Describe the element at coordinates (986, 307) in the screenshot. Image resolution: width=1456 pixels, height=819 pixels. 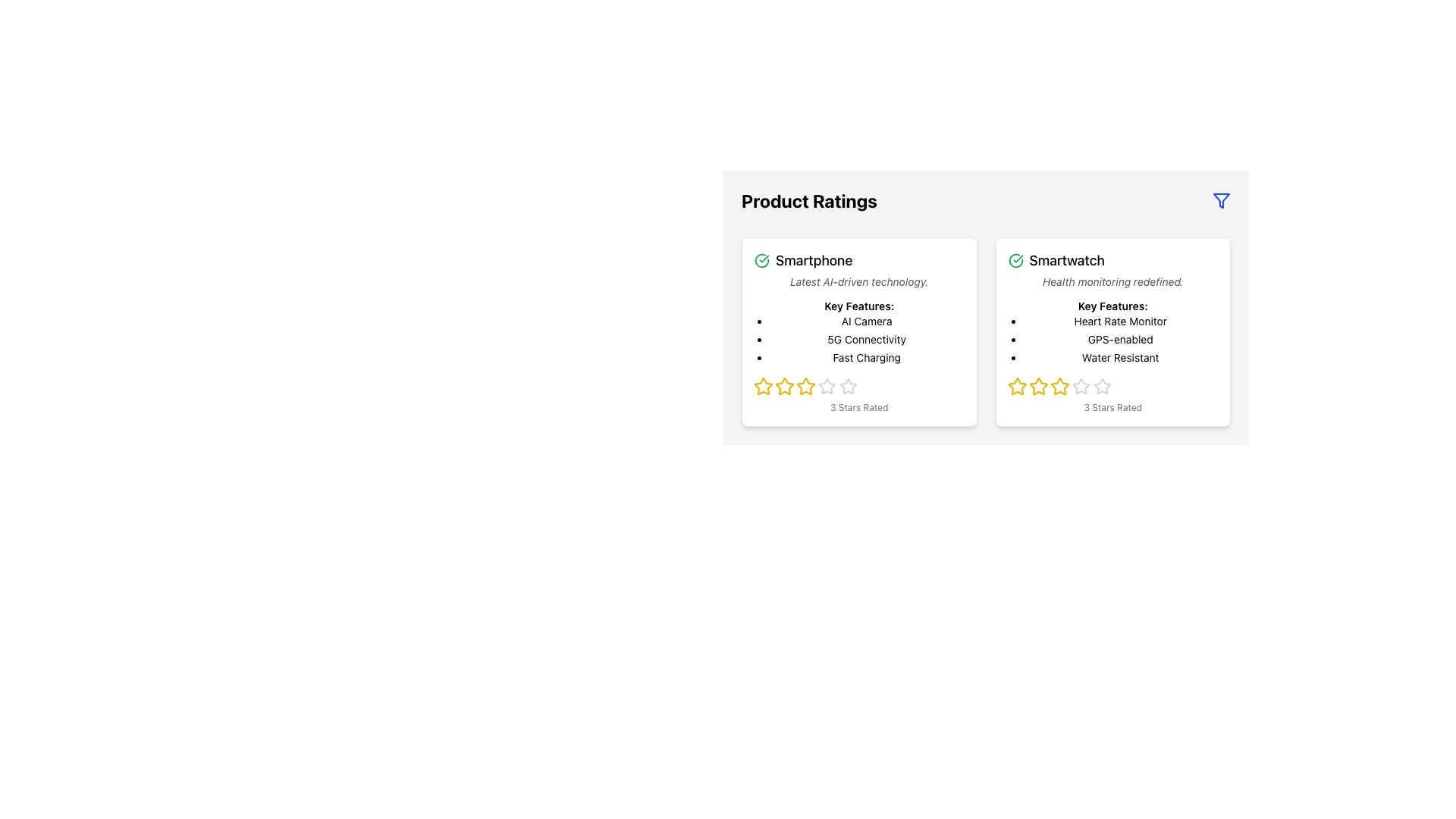
I see `the section displaying information about two products, located in the top-right quadrant below the 'Product Ratings' title` at that location.